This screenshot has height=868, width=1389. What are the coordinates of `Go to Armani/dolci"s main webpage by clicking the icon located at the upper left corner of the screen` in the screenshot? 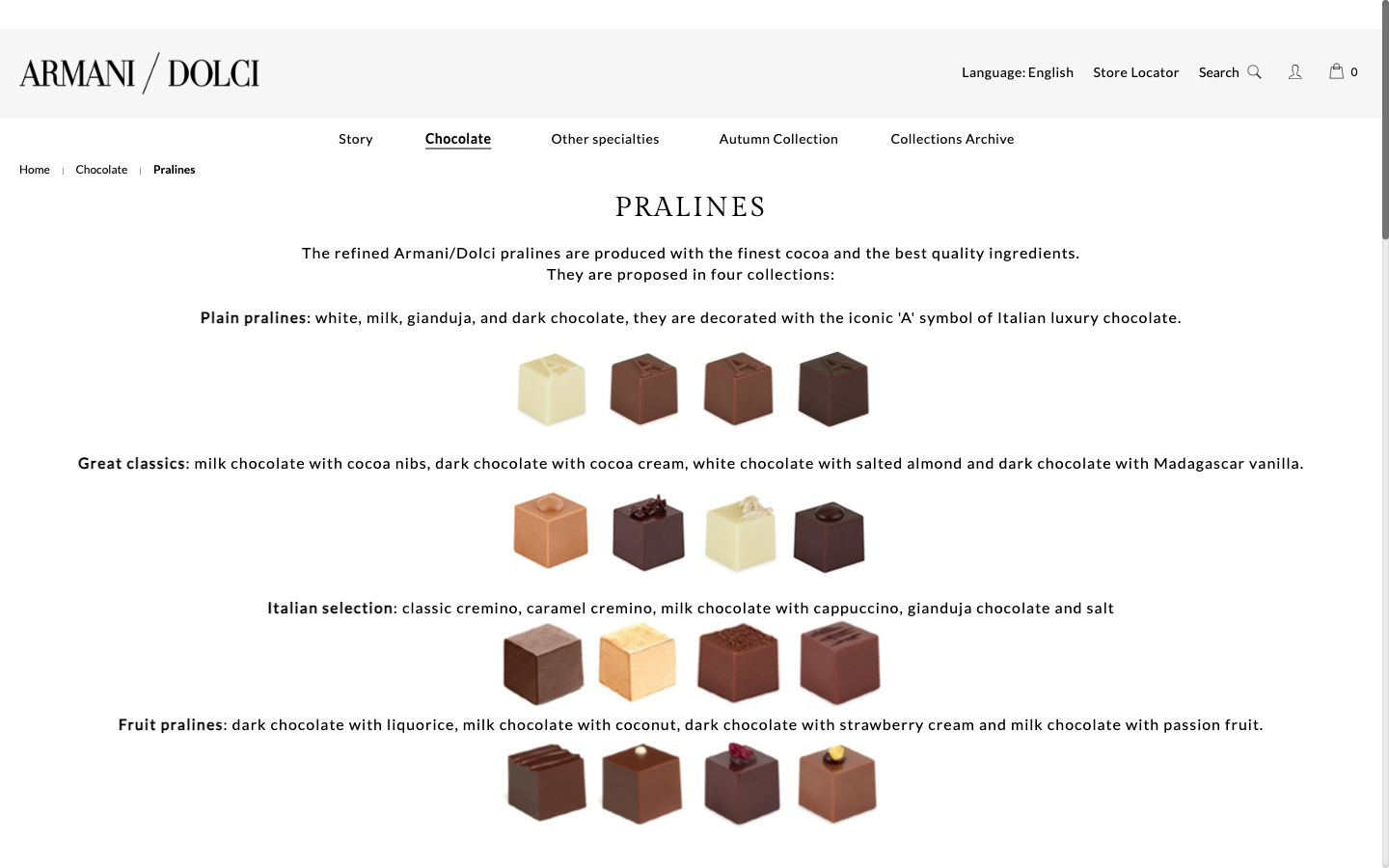 It's located at (139, 71).